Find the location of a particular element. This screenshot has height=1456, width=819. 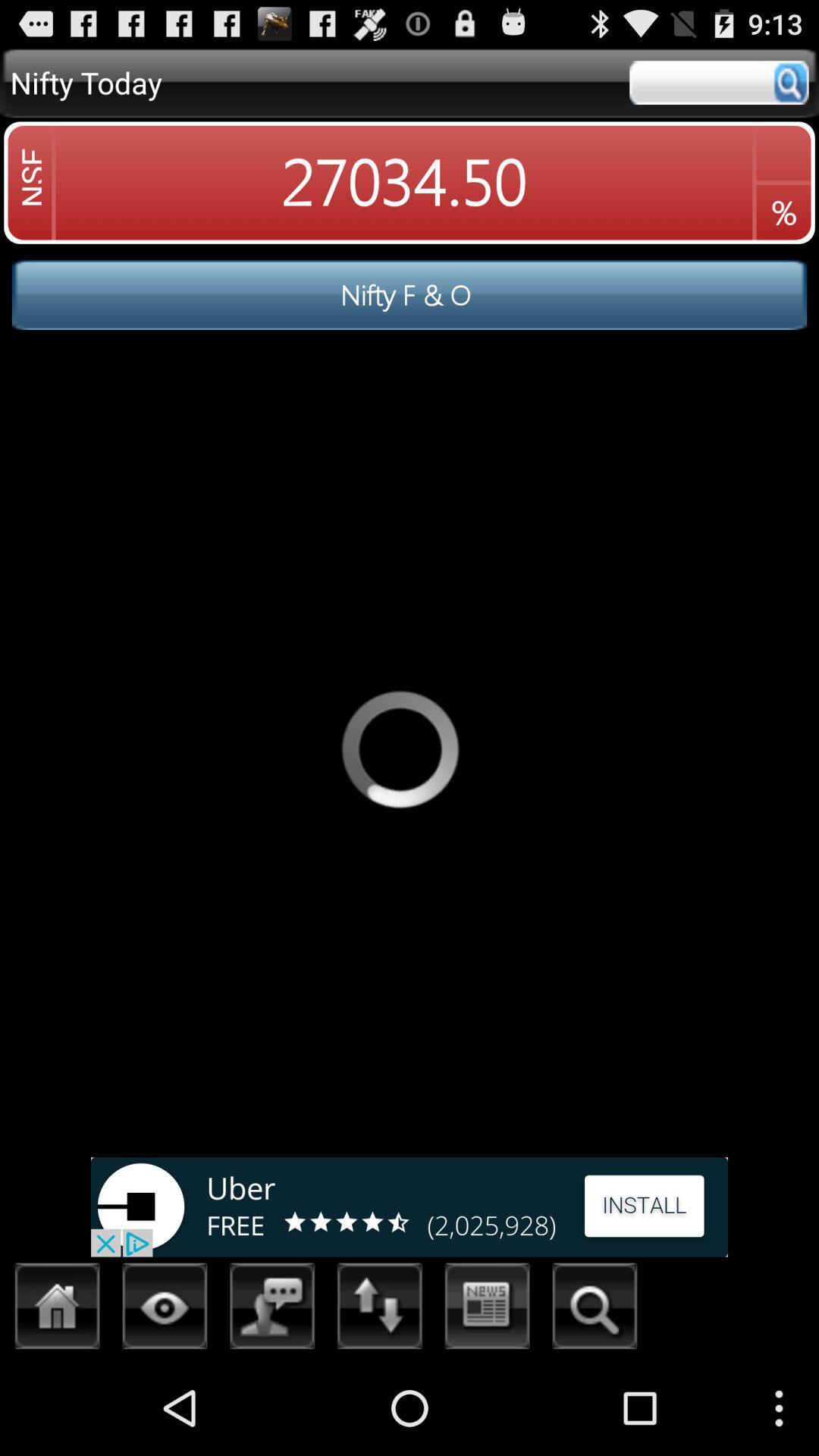

search option is located at coordinates (594, 1310).